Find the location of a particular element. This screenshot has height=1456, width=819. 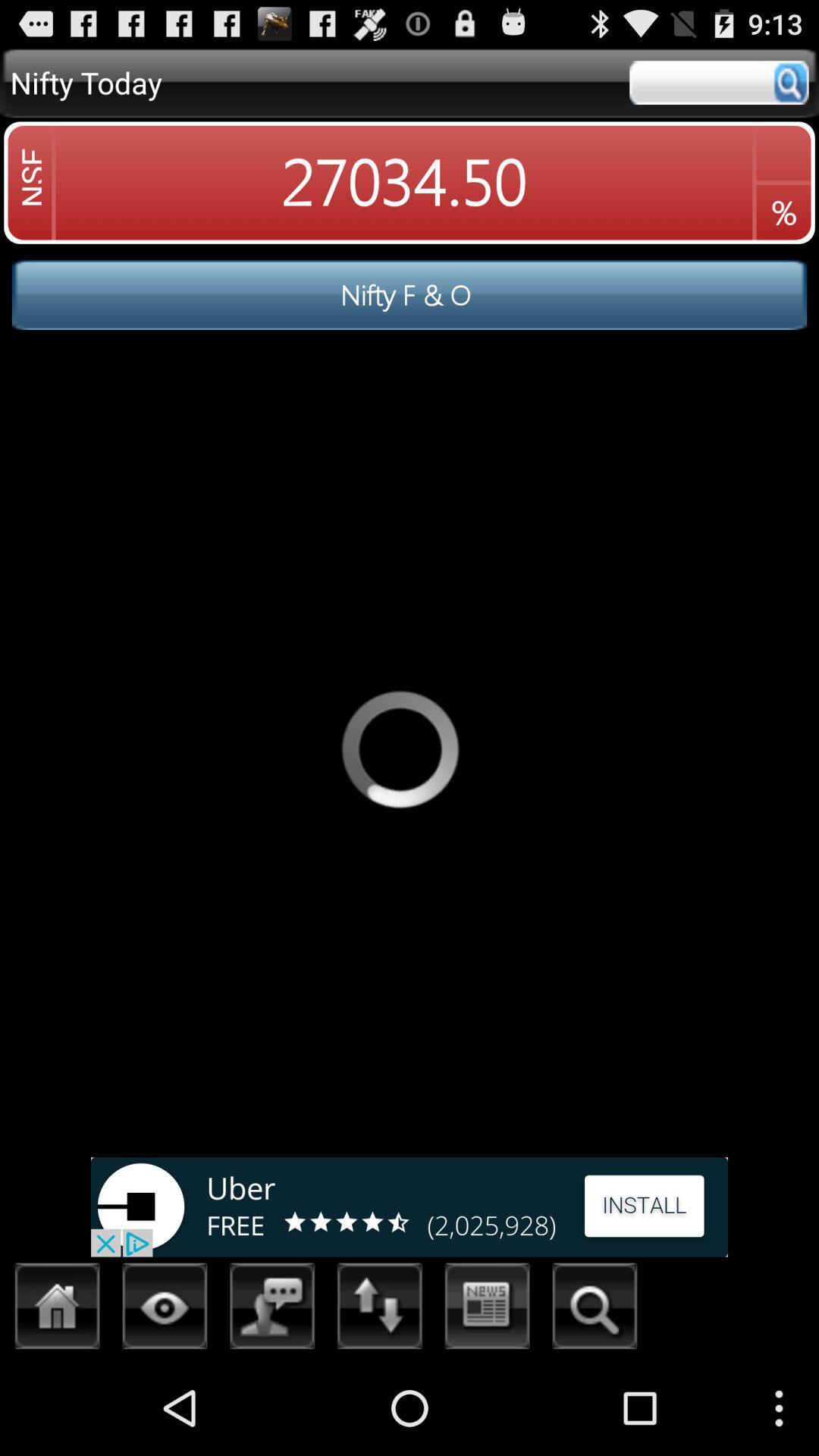

search option is located at coordinates (594, 1310).